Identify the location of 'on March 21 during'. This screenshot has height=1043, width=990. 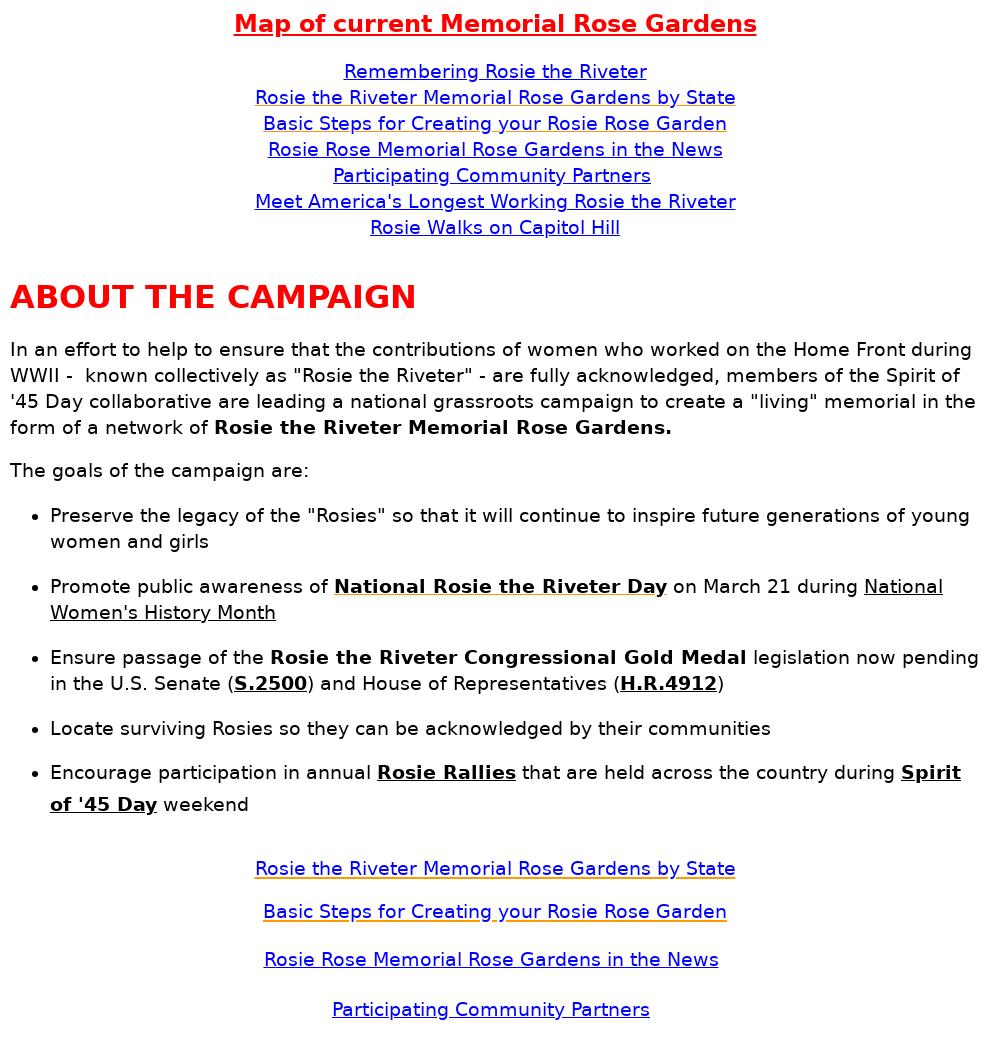
(666, 585).